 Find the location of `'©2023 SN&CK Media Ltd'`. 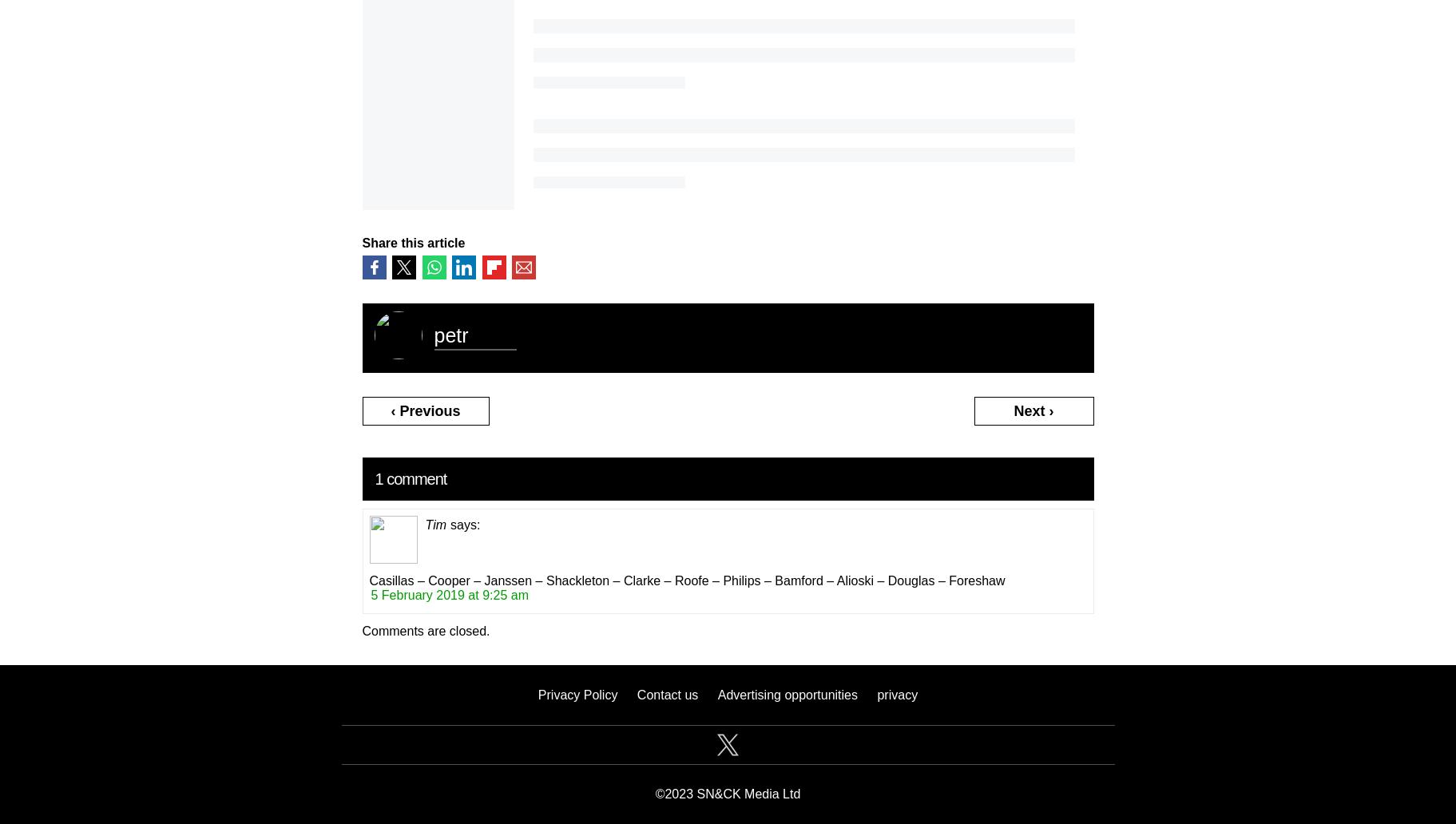

'©2023 SN&CK Media Ltd' is located at coordinates (726, 792).